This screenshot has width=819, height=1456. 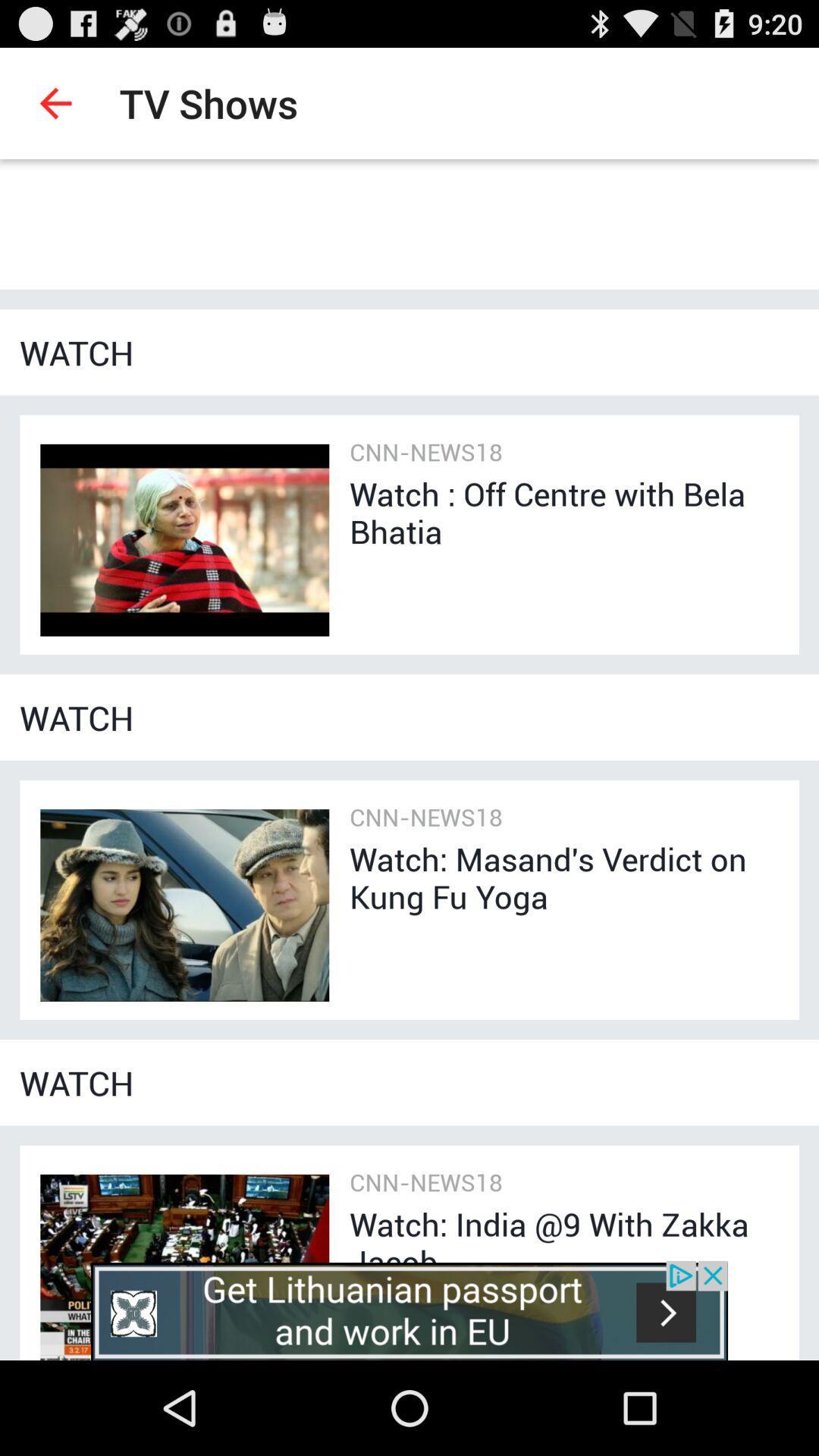 What do you see at coordinates (409, 1310) in the screenshot?
I see `advertisement bar` at bounding box center [409, 1310].